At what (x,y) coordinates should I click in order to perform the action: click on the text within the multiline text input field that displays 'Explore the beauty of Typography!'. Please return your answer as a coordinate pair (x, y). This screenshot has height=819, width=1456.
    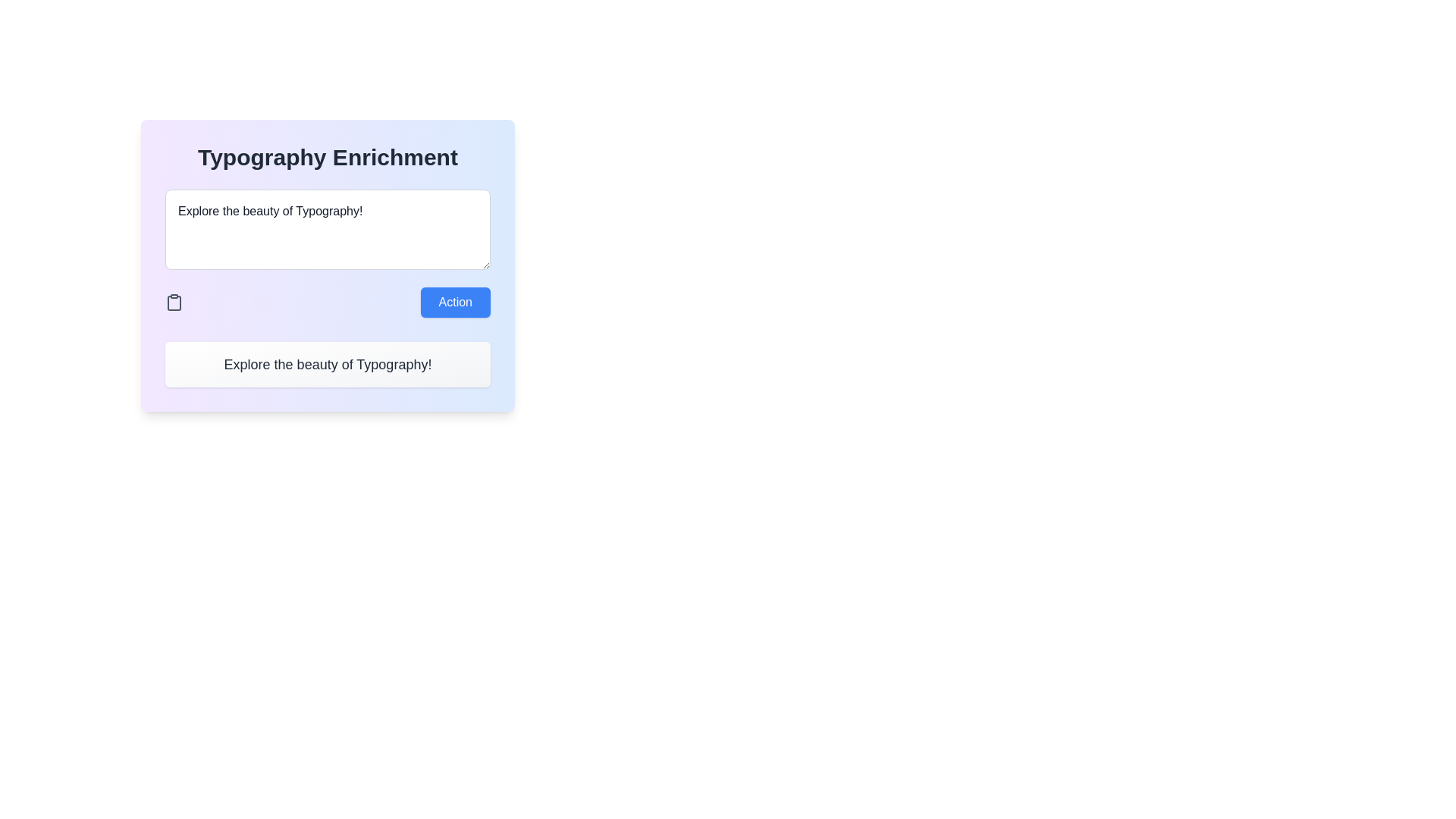
    Looking at the image, I should click on (327, 230).